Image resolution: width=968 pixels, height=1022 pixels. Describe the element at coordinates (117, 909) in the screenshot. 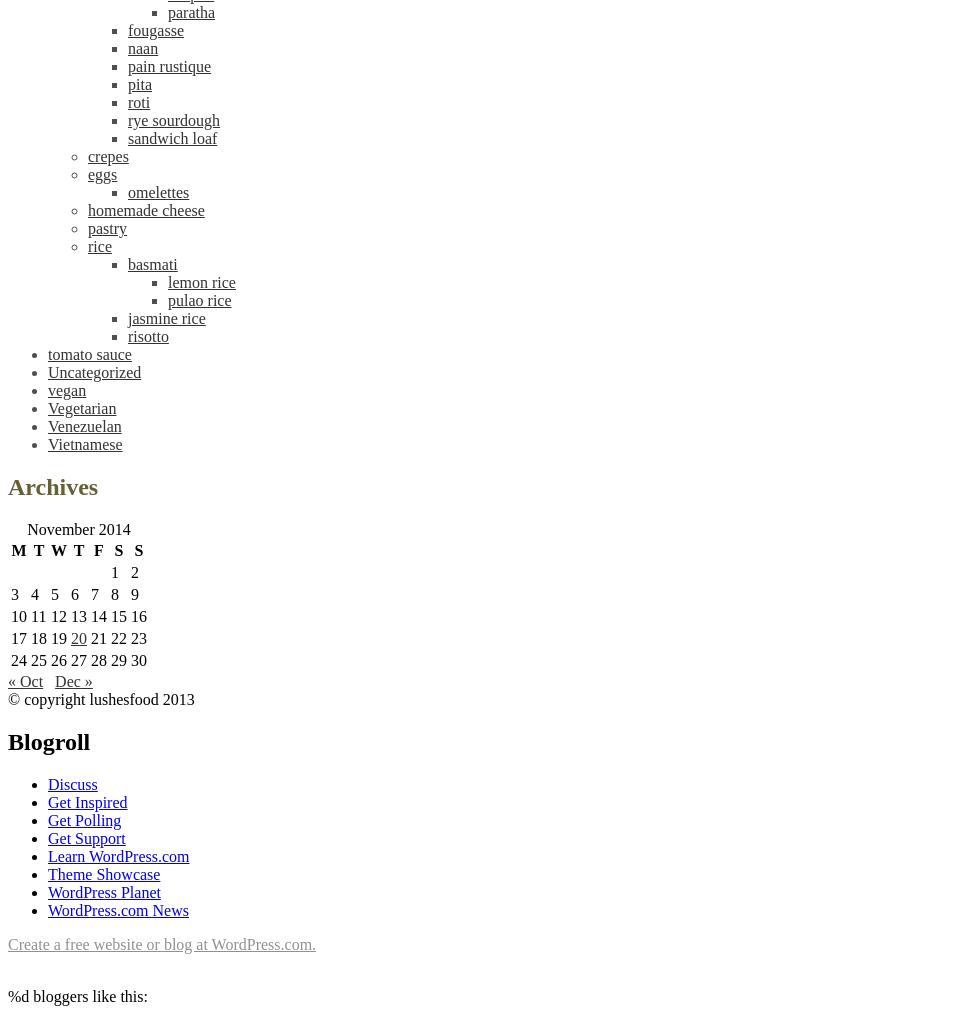

I see `'WordPress.com News'` at that location.